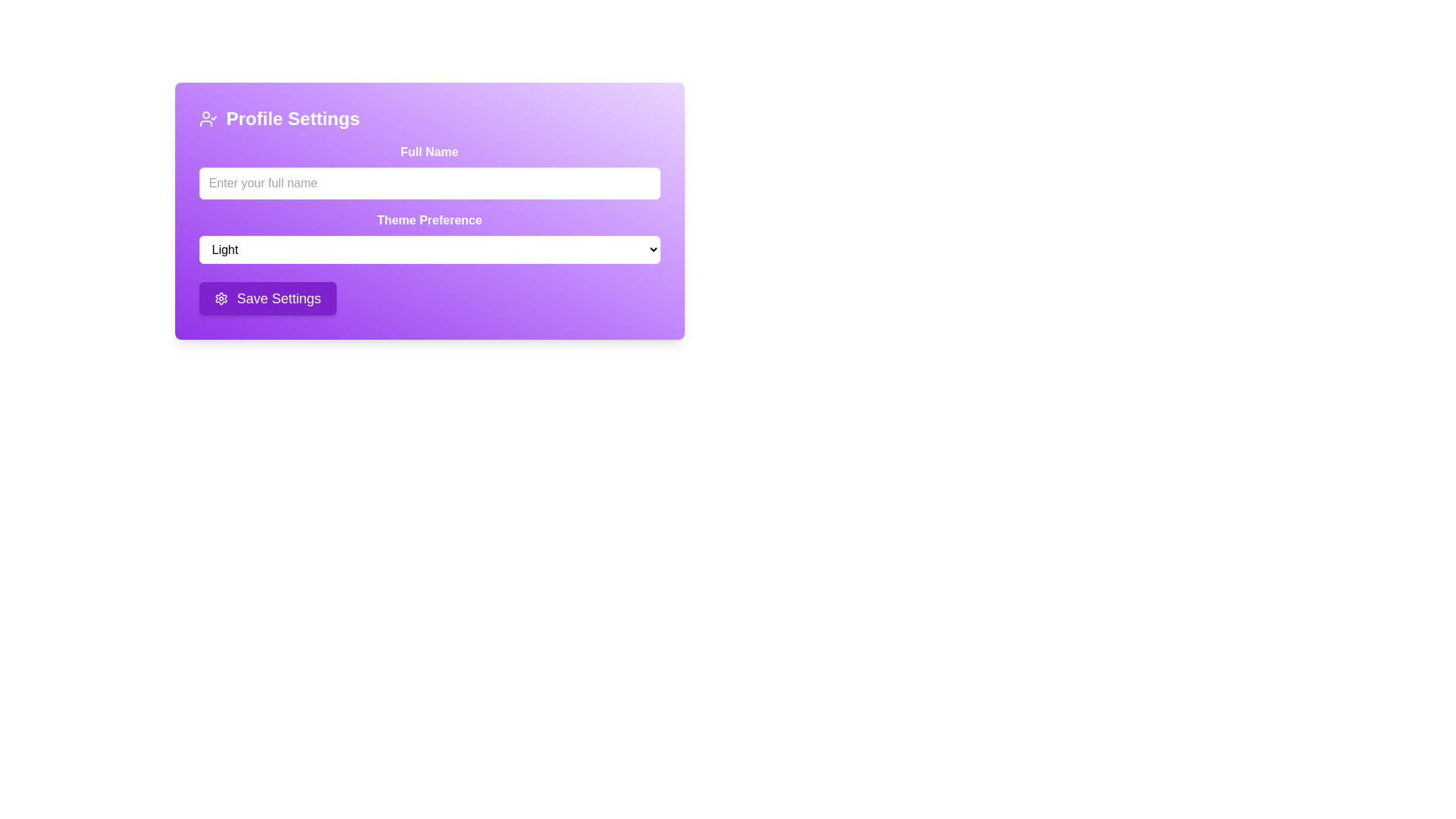 This screenshot has width=1456, height=819. I want to click on the save button located at the bottom of the 'Profile Settings' section, so click(268, 298).